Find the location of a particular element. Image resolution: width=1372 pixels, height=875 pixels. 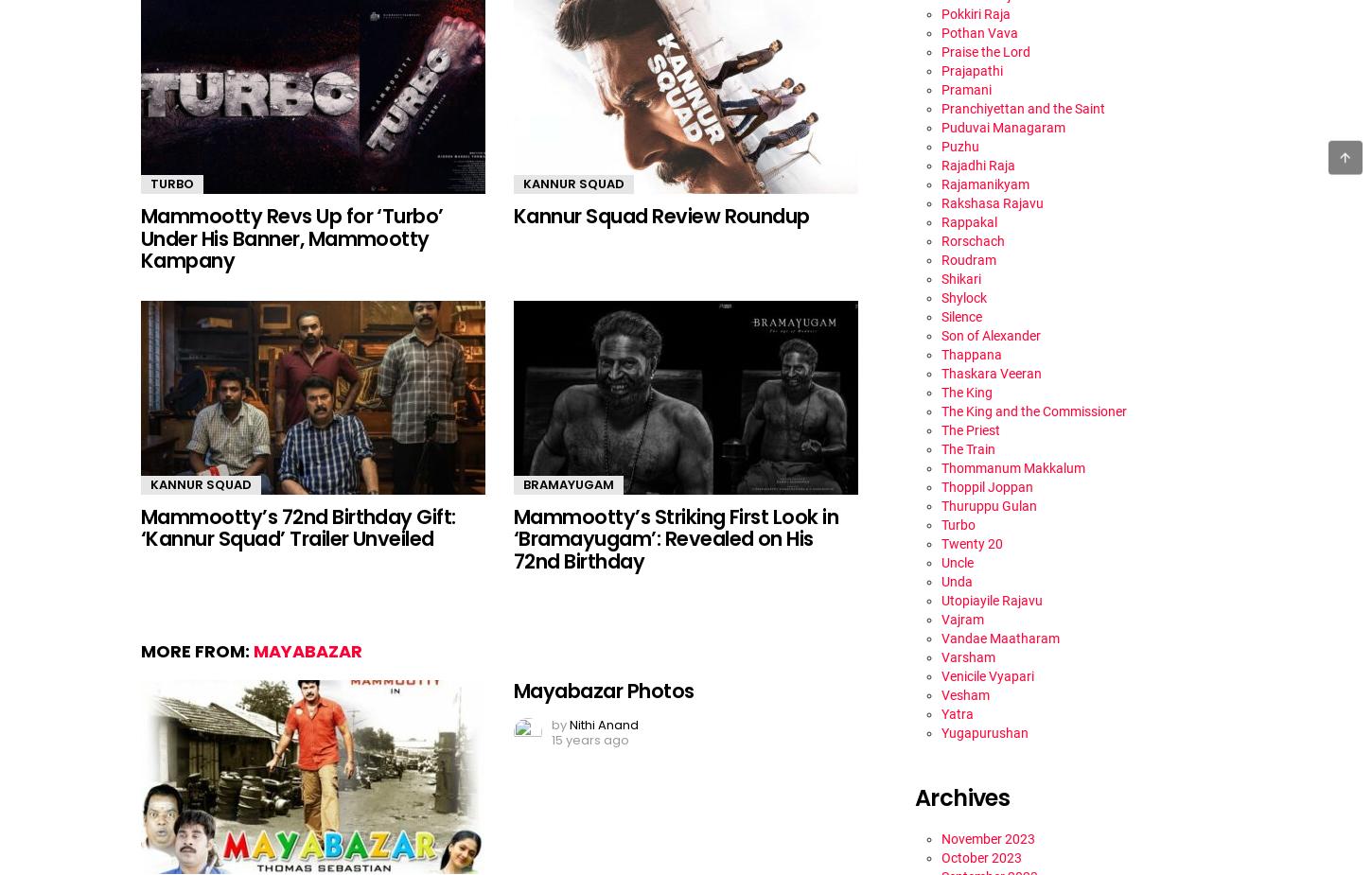

'The Priest' is located at coordinates (971, 428).